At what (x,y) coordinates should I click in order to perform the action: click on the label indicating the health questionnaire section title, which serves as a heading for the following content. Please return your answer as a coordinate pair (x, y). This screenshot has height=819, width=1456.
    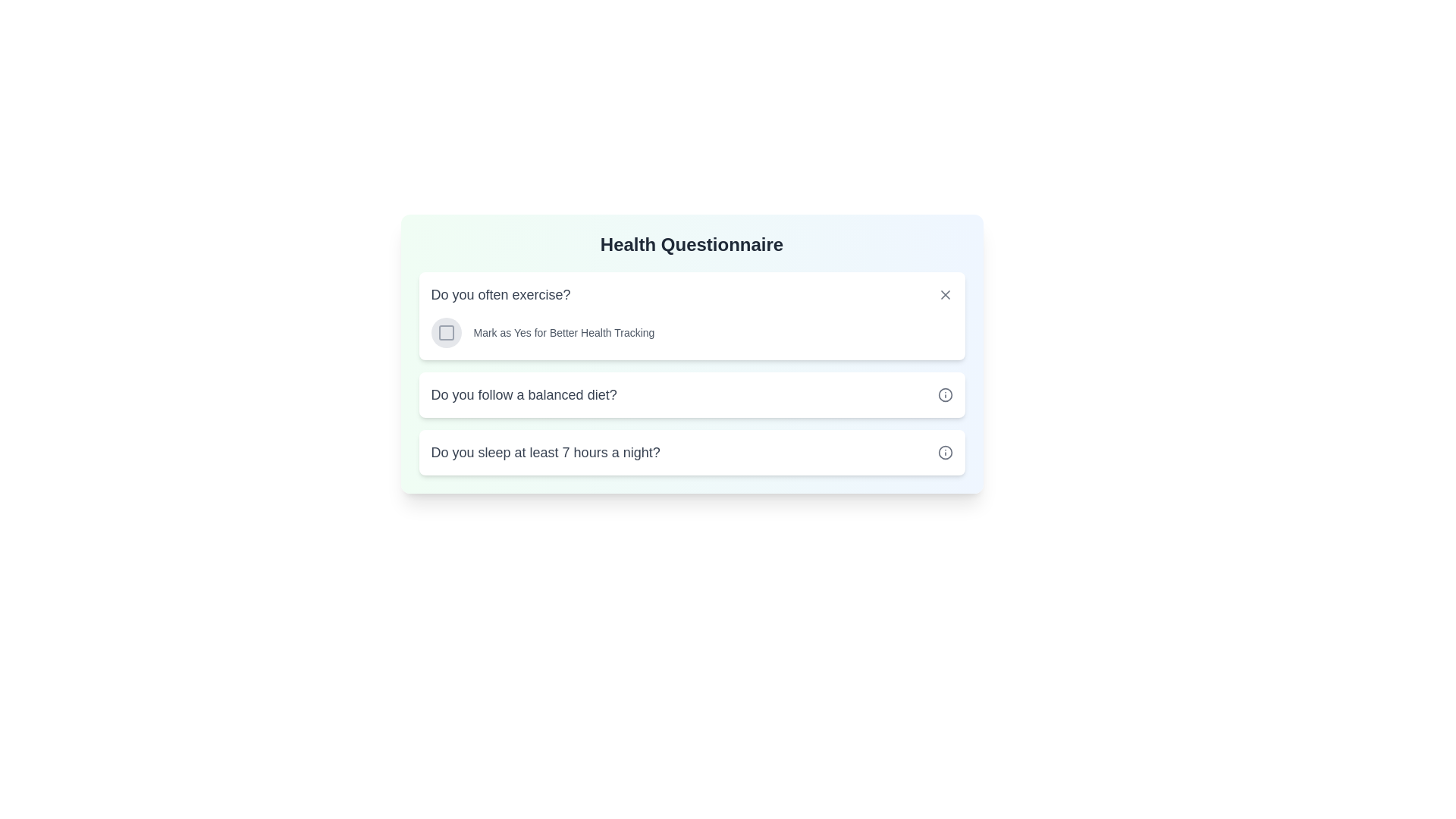
    Looking at the image, I should click on (691, 244).